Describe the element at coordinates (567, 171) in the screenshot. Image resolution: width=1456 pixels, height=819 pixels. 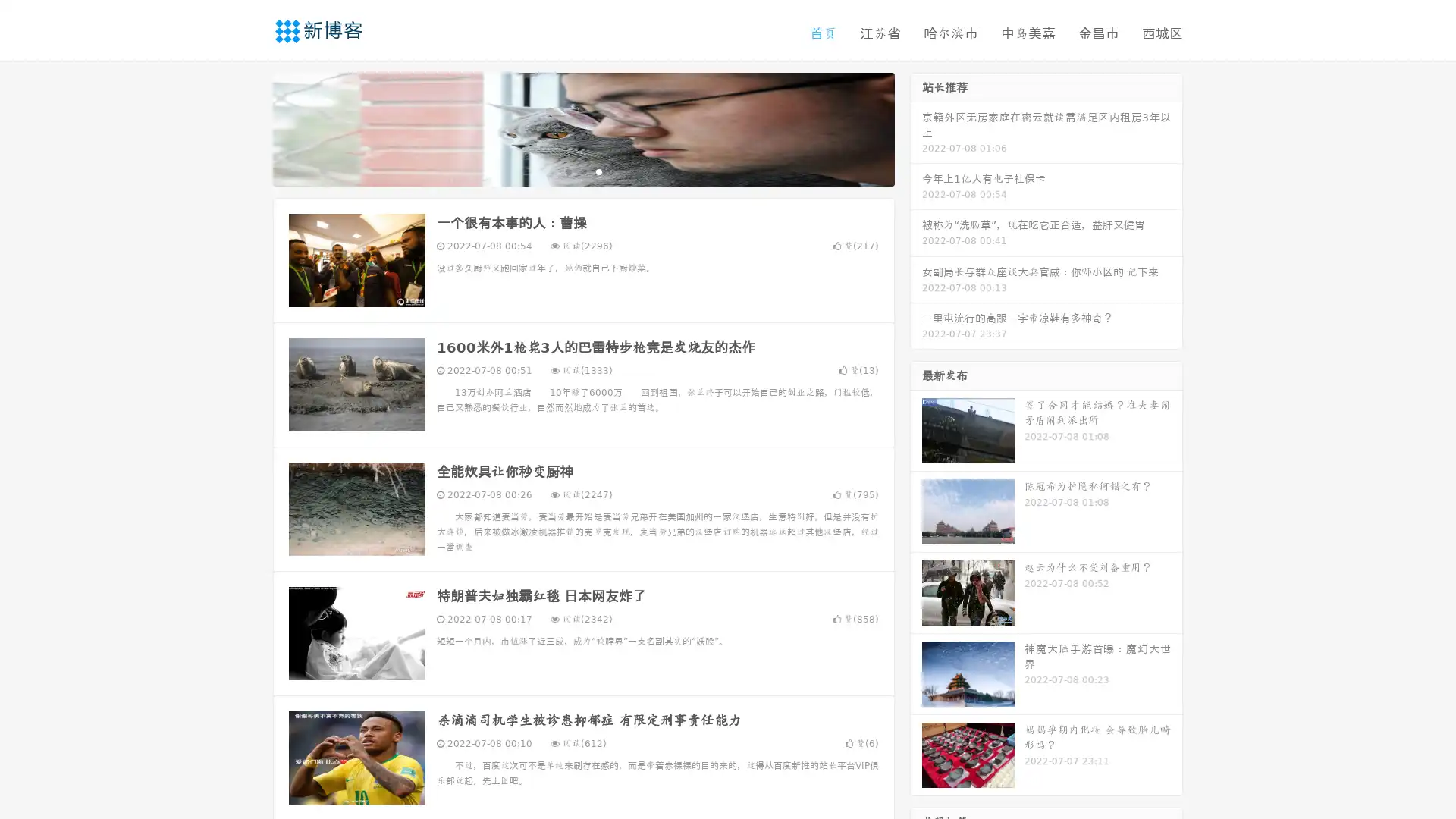
I see `Go to slide 1` at that location.